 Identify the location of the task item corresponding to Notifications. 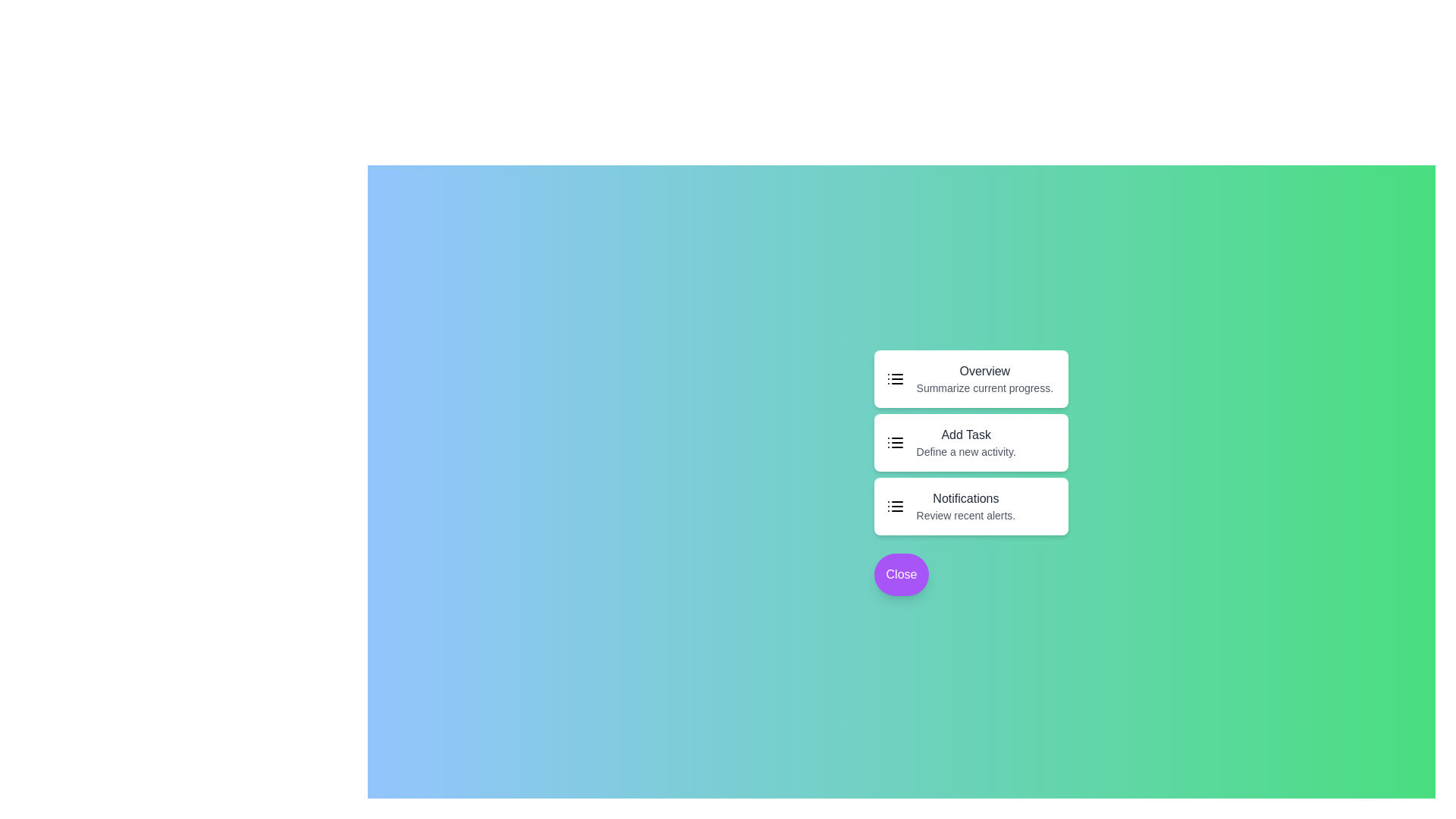
(971, 506).